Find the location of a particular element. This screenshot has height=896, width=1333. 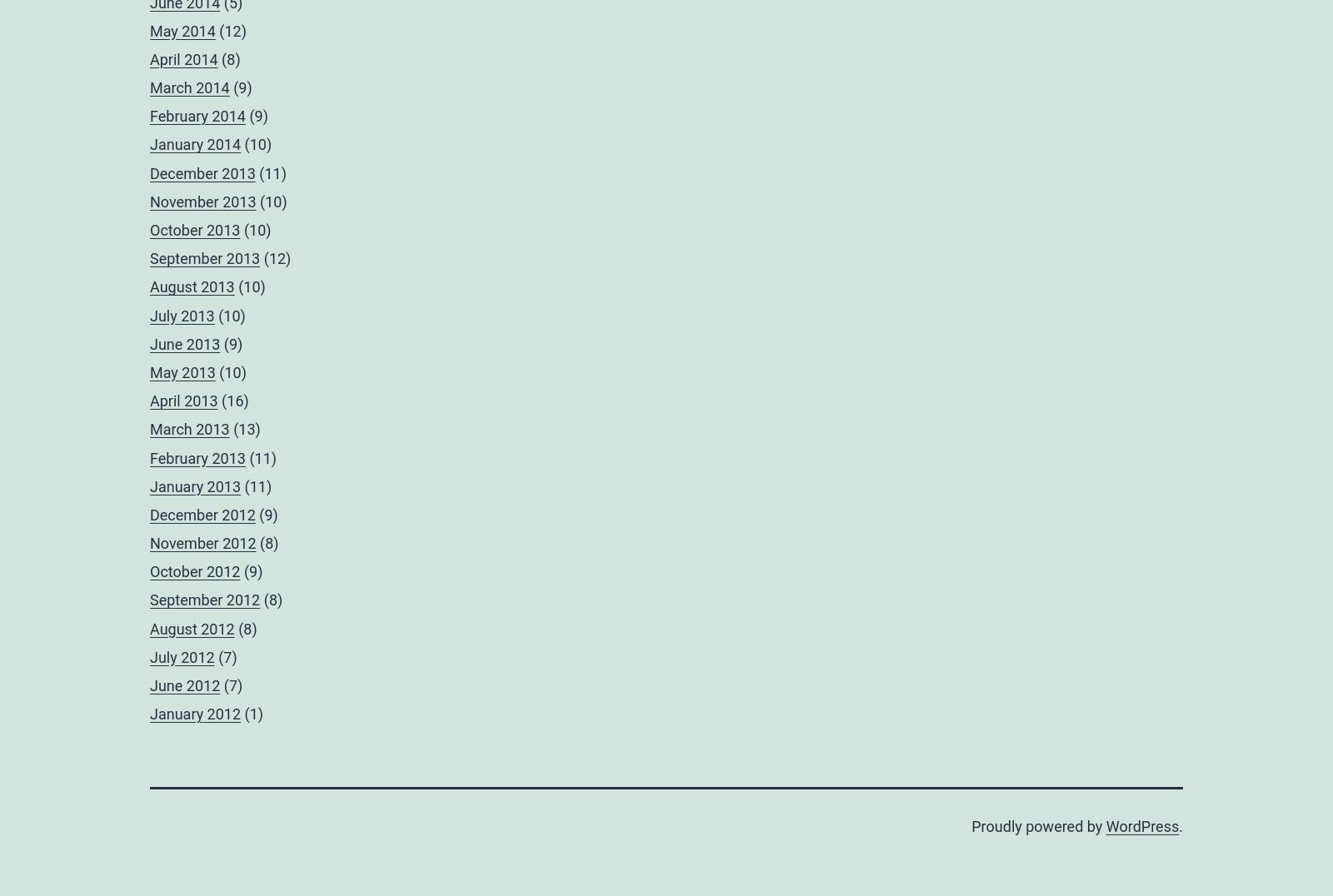

'November 2012' is located at coordinates (202, 542).